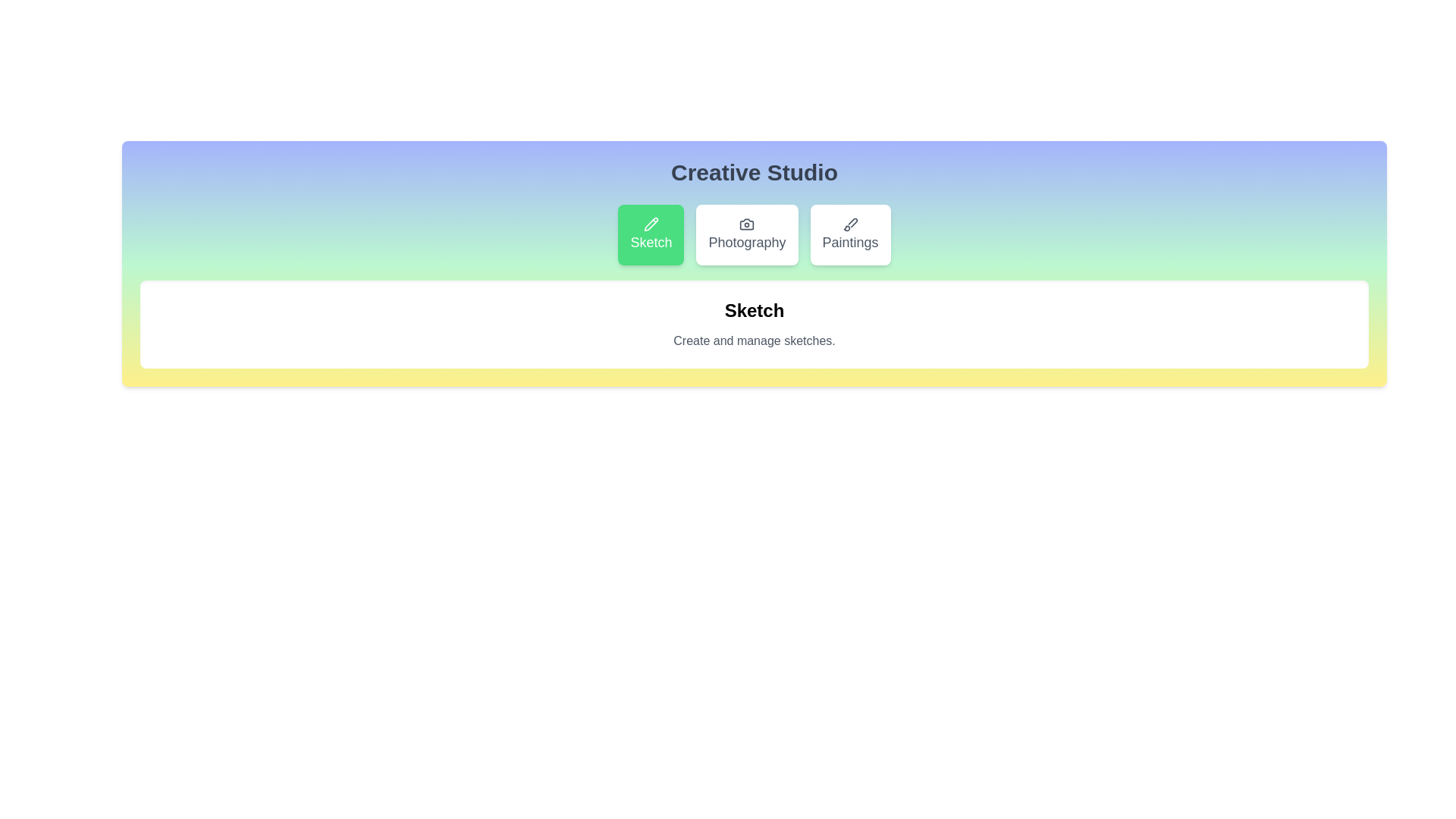 Image resolution: width=1456 pixels, height=819 pixels. I want to click on the Paintings tab, so click(850, 234).